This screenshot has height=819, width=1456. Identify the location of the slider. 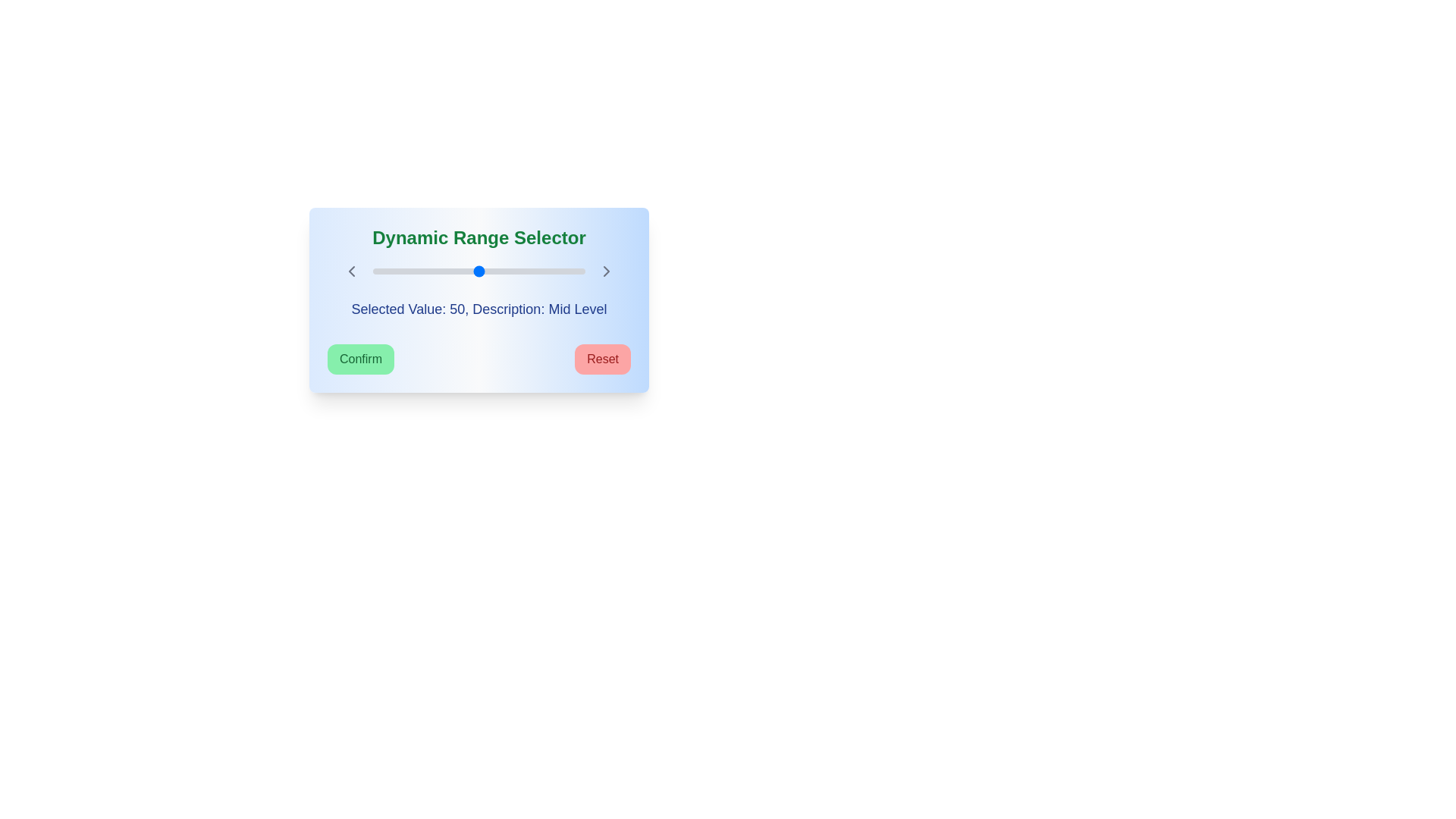
(551, 271).